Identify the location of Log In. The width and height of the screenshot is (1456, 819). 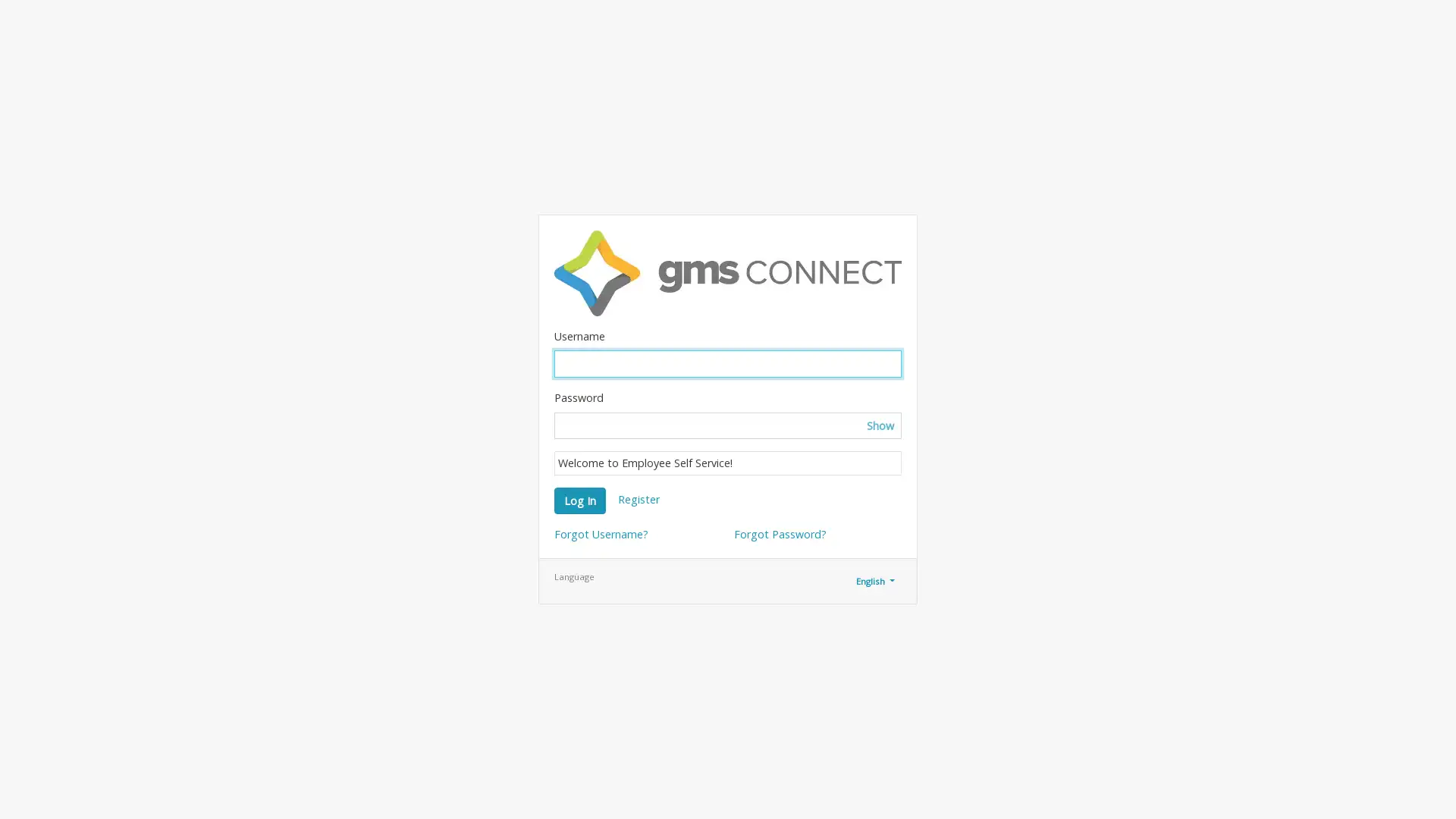
(579, 500).